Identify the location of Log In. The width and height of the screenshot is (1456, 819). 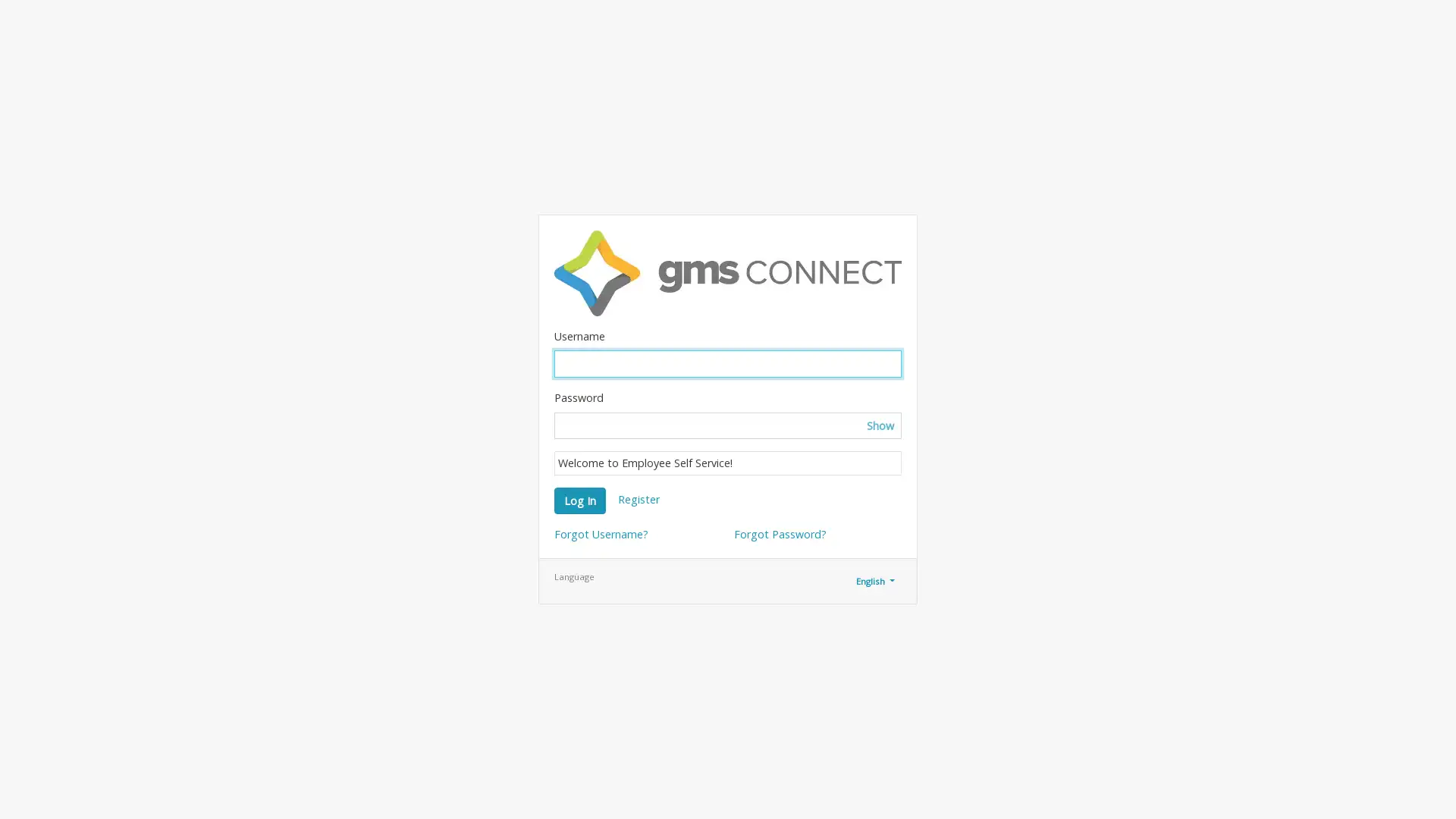
(579, 500).